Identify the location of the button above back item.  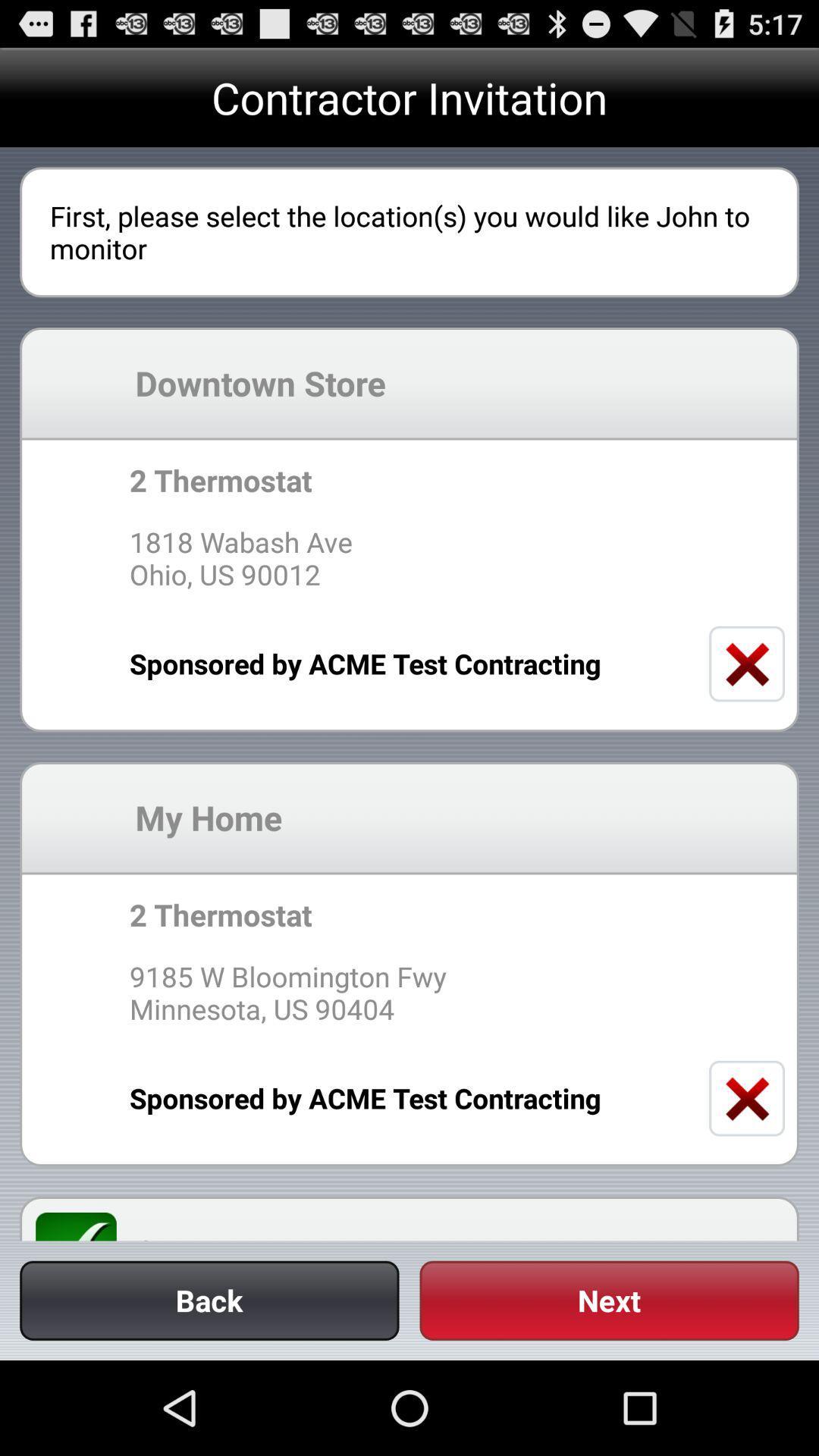
(85, 1226).